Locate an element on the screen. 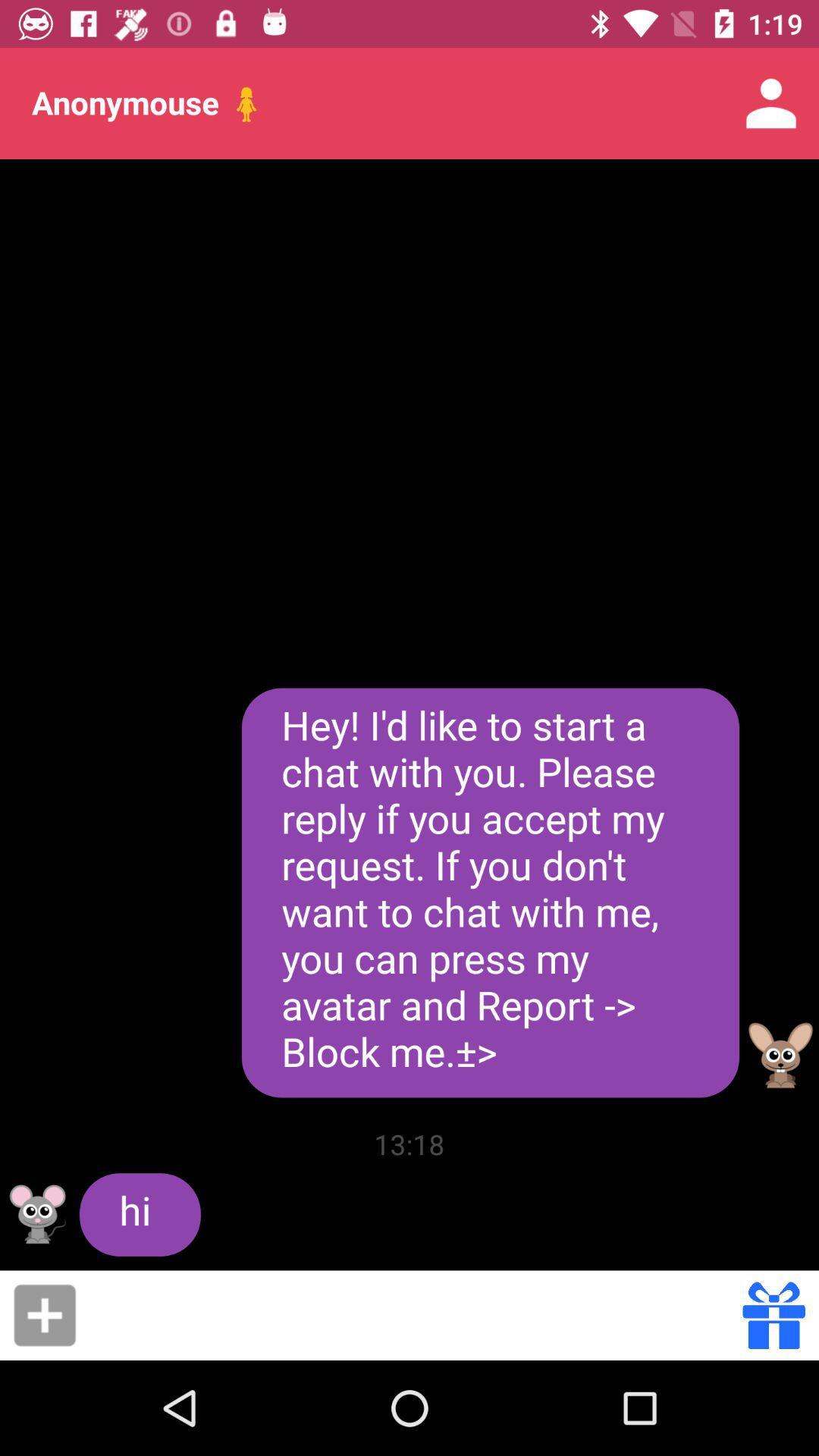 The height and width of the screenshot is (1456, 819). item above hey i d icon is located at coordinates (771, 102).